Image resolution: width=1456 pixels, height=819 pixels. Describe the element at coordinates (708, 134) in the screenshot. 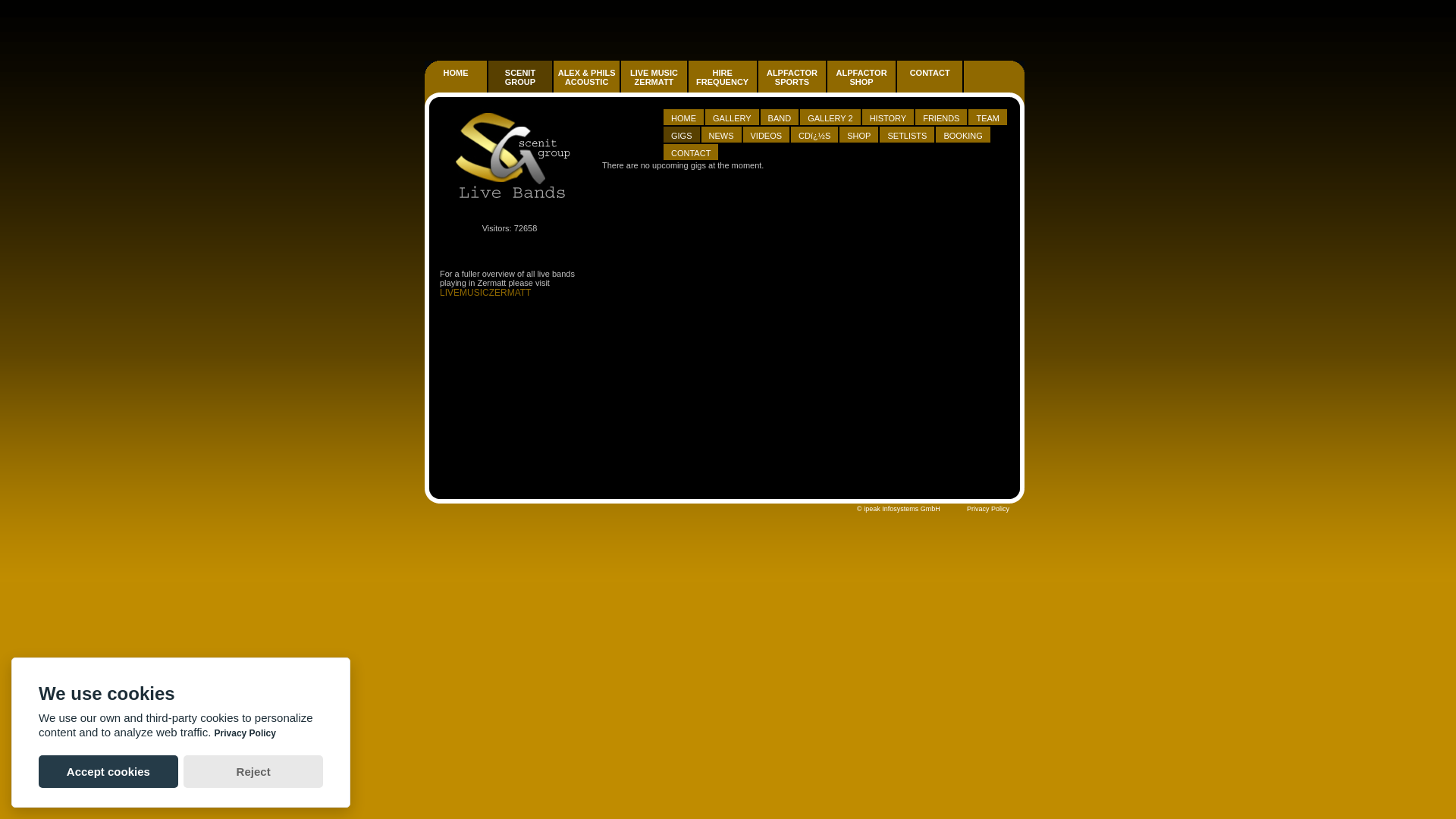

I see `'NEWS'` at that location.